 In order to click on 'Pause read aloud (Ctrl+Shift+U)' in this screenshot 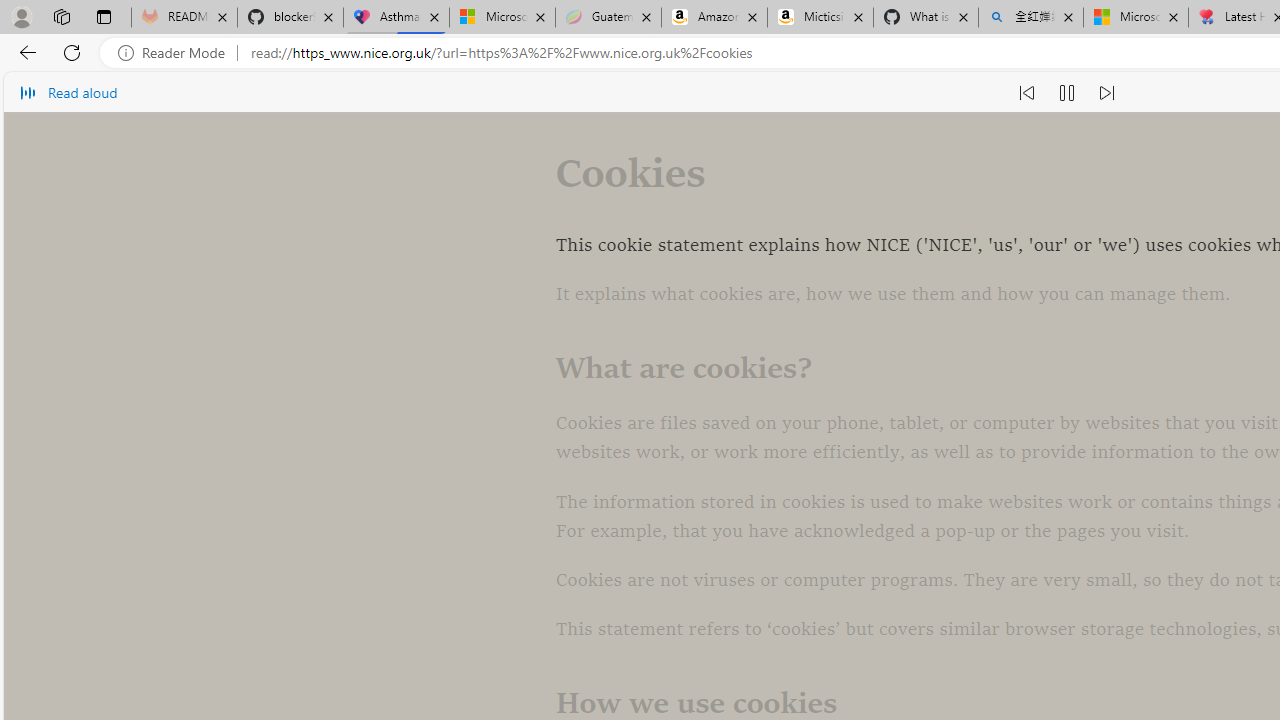, I will do `click(1065, 92)`.